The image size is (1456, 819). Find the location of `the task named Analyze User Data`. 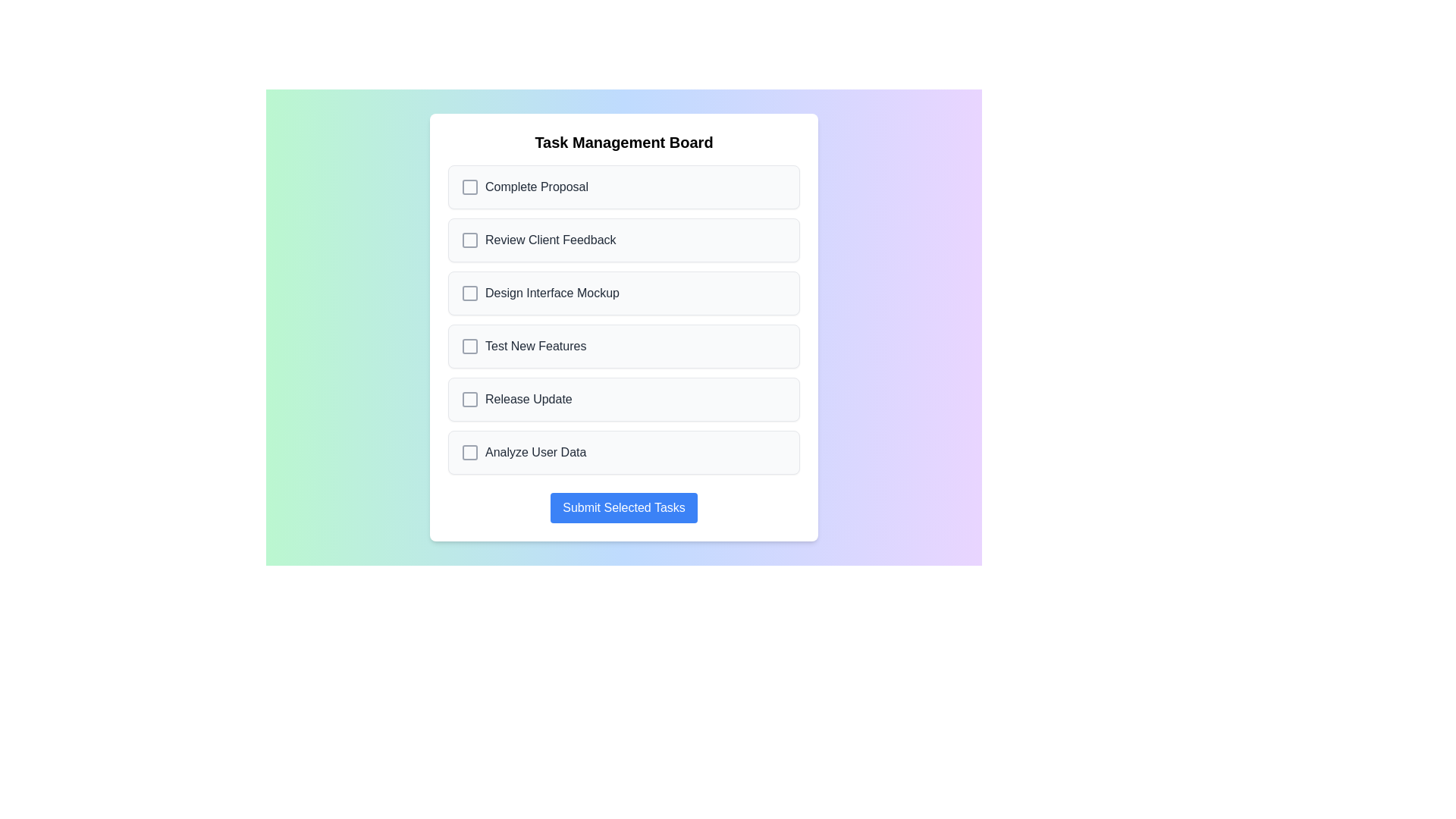

the task named Analyze User Data is located at coordinates (623, 452).